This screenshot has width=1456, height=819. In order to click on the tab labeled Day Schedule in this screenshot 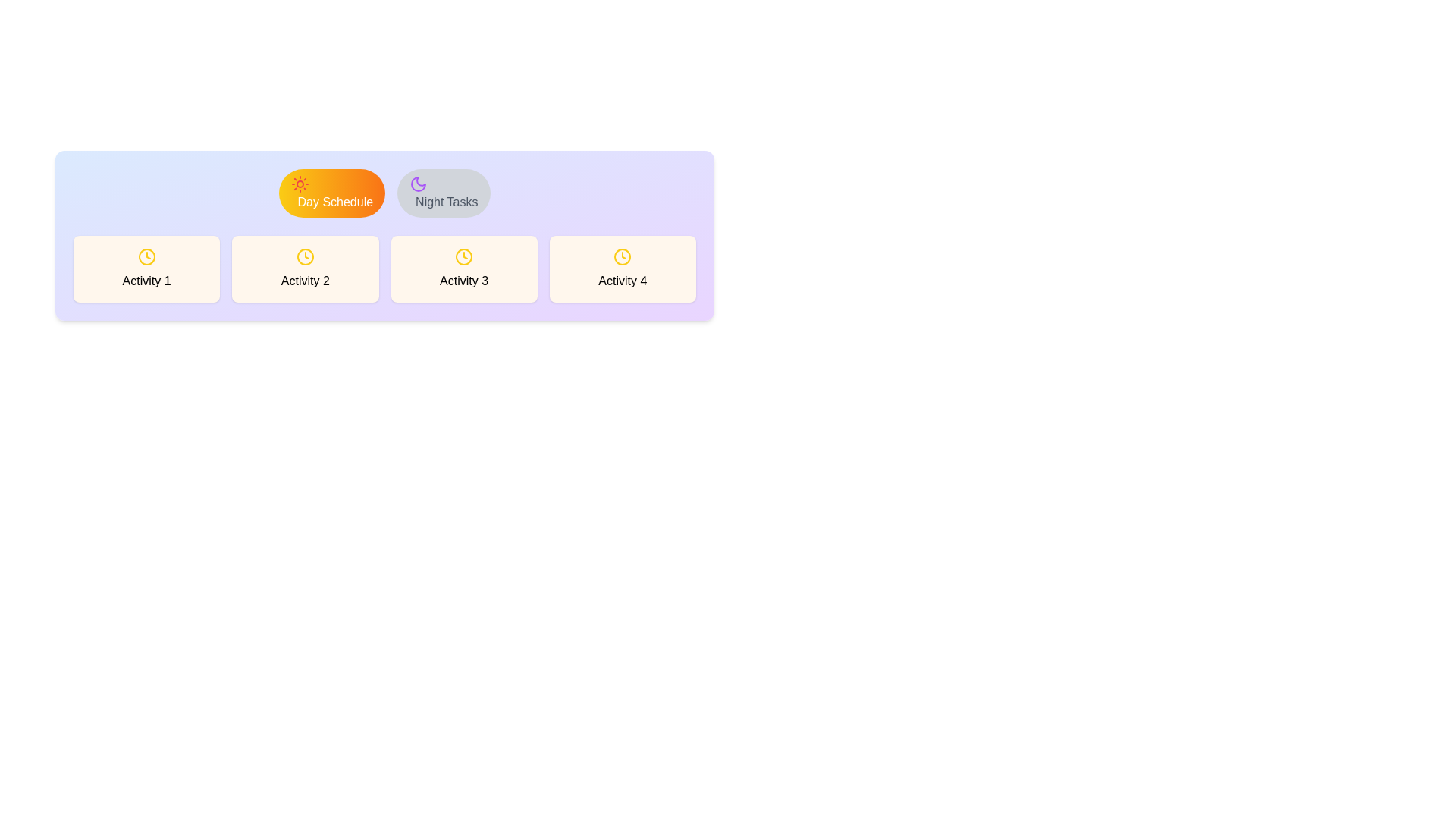, I will do `click(331, 192)`.